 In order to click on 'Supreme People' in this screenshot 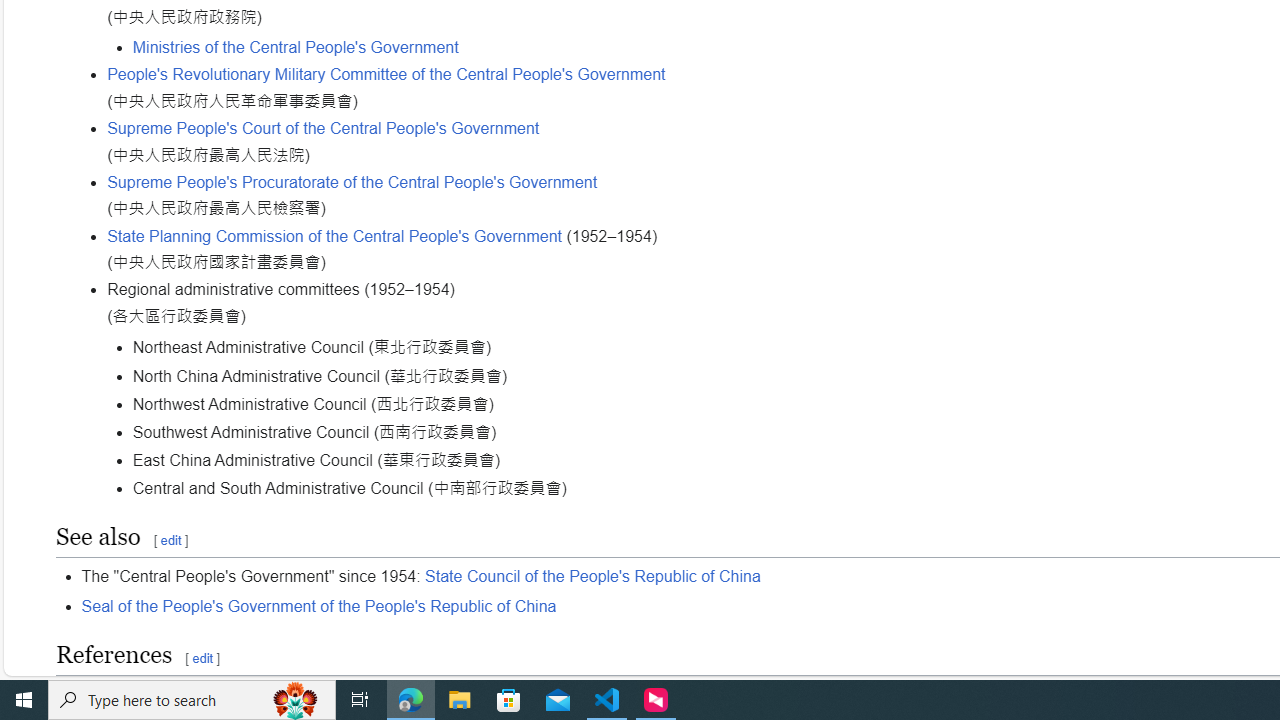, I will do `click(323, 129)`.